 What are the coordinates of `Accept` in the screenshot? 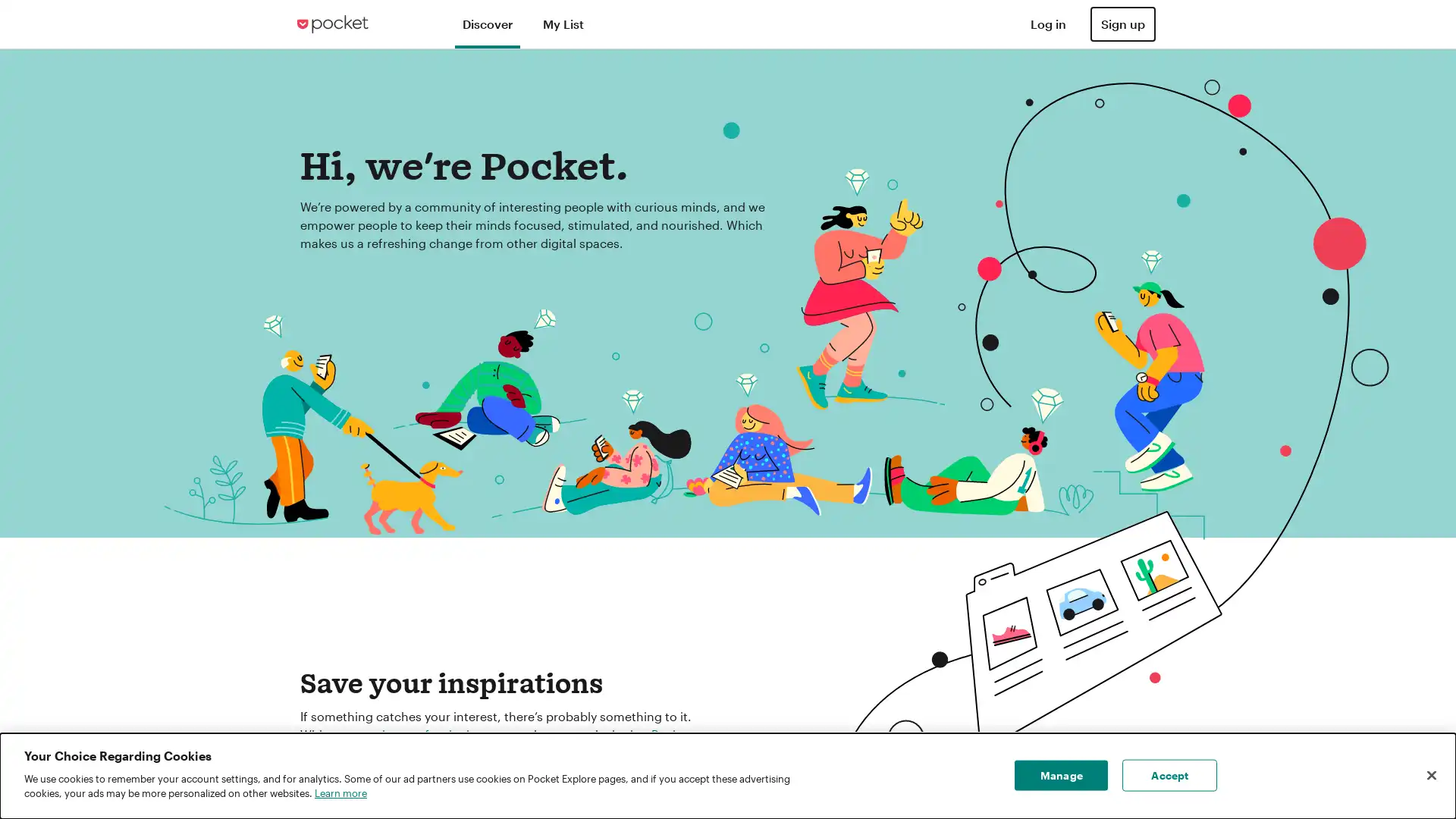 It's located at (1169, 775).